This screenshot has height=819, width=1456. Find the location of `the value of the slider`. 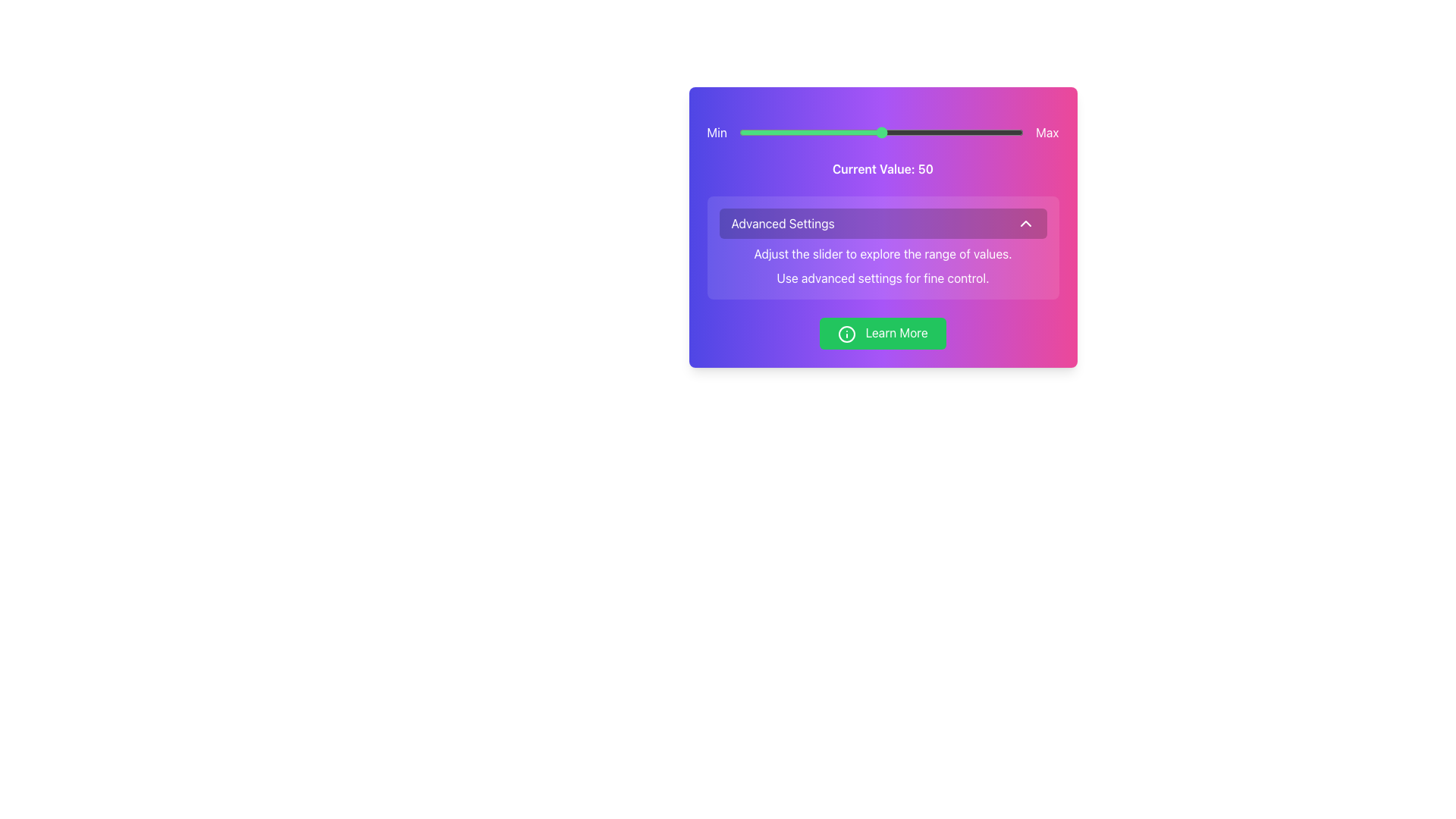

the value of the slider is located at coordinates (995, 131).